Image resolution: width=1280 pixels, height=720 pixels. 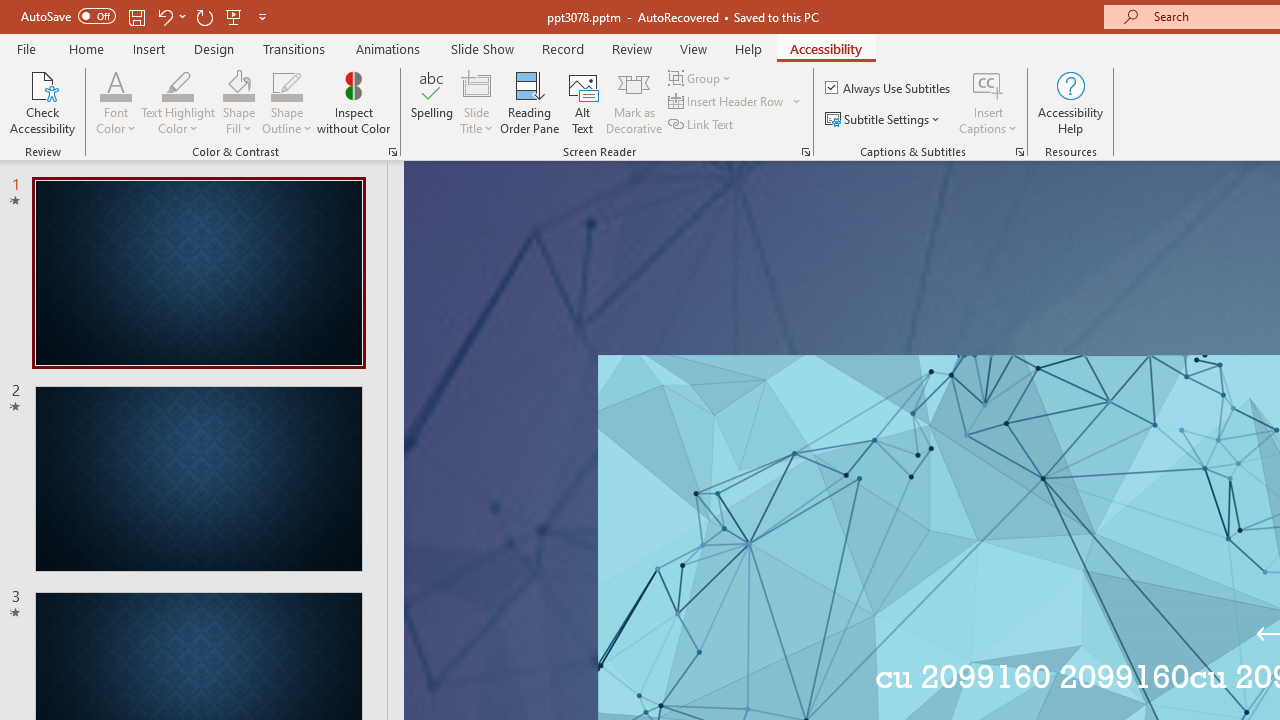 What do you see at coordinates (805, 150) in the screenshot?
I see `'Screen Reader'` at bounding box center [805, 150].